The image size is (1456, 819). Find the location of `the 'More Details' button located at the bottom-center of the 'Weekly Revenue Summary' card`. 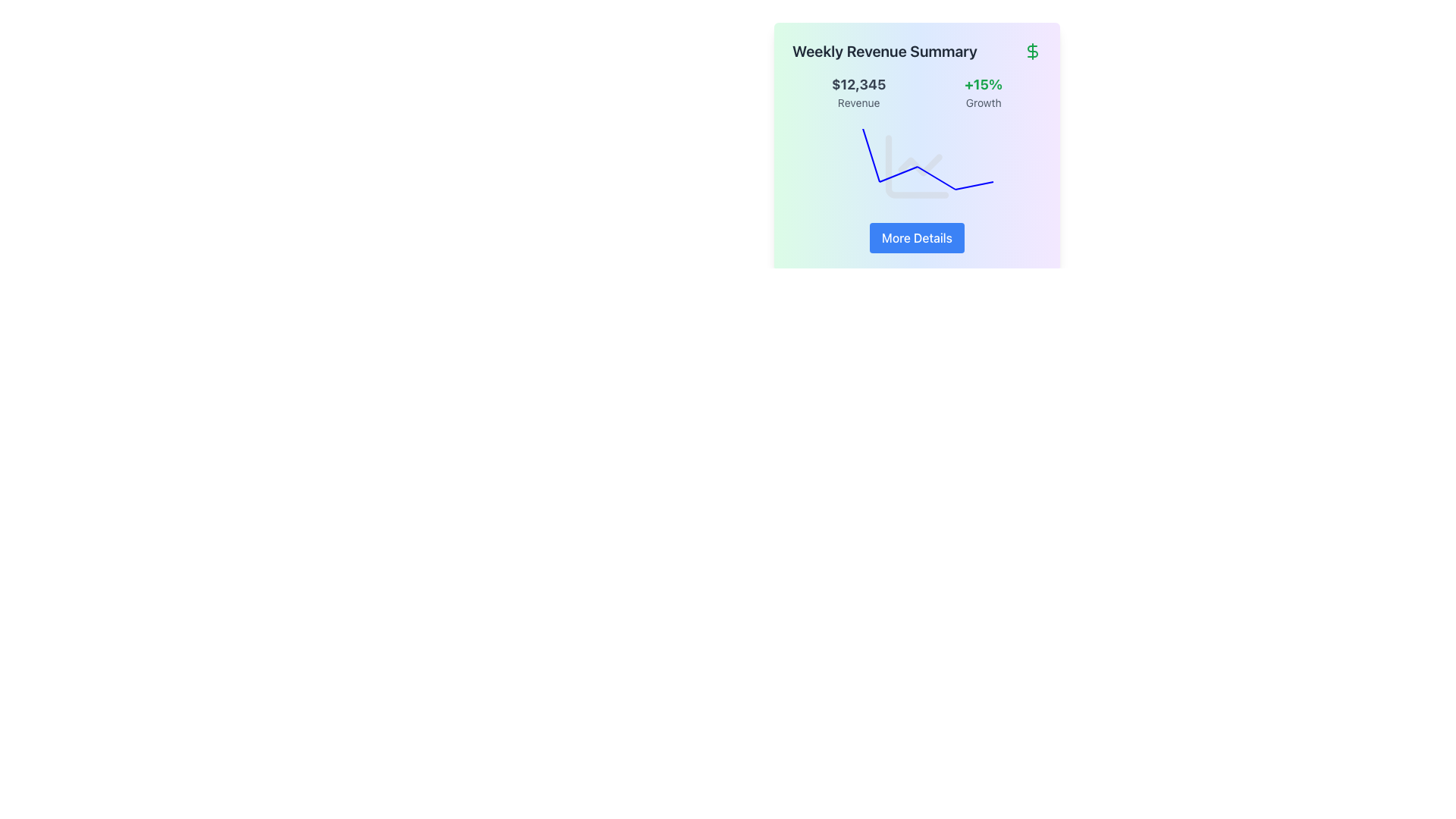

the 'More Details' button located at the bottom-center of the 'Weekly Revenue Summary' card is located at coordinates (916, 237).